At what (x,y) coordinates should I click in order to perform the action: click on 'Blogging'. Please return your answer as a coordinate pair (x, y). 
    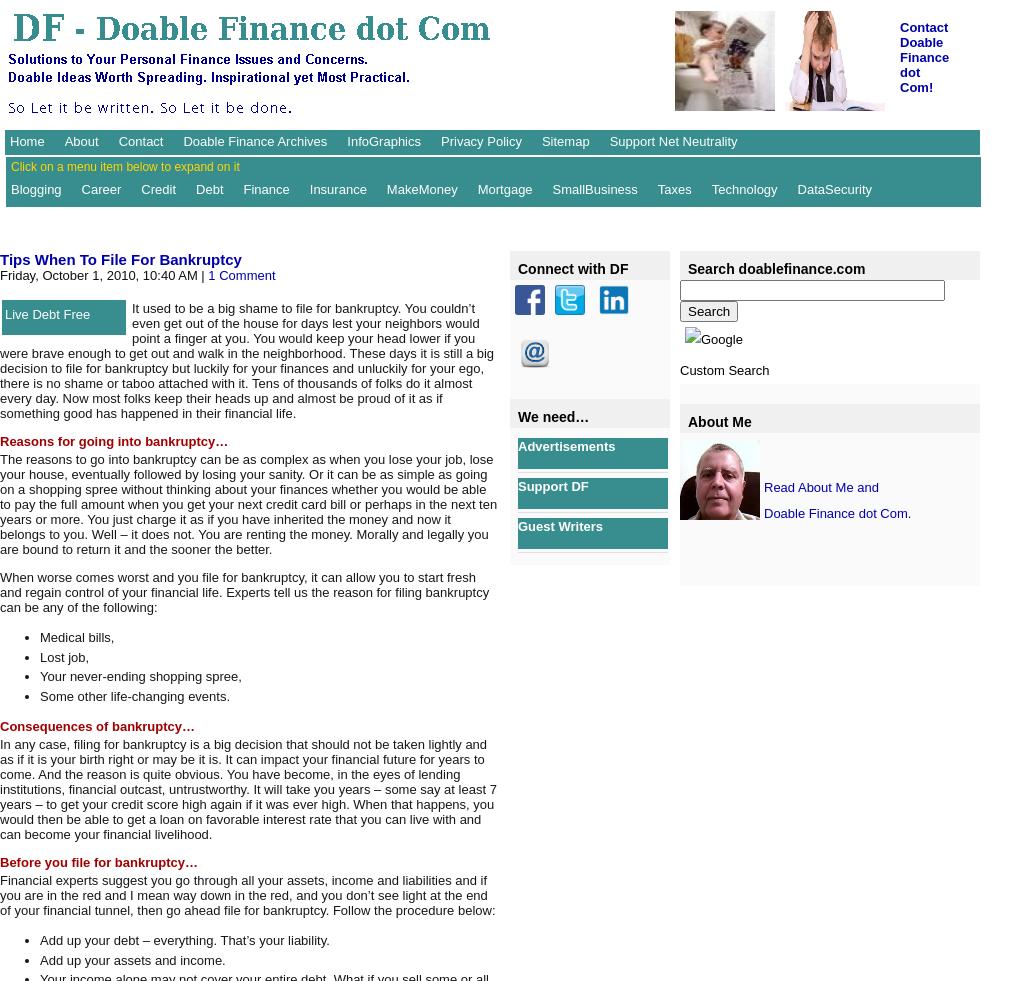
    Looking at the image, I should click on (10, 187).